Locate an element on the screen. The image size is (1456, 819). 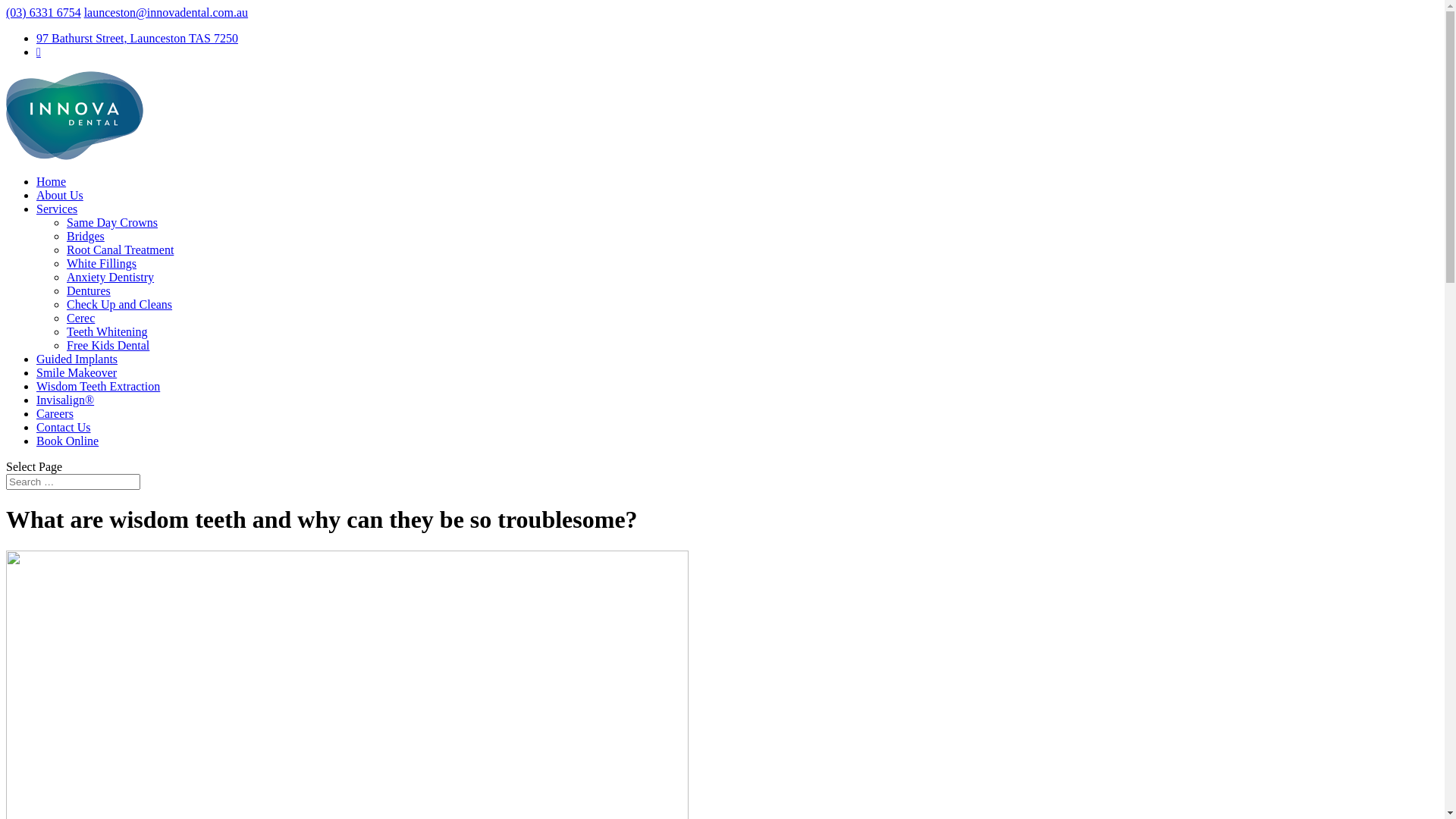
'Guided Implants' is located at coordinates (76, 359).